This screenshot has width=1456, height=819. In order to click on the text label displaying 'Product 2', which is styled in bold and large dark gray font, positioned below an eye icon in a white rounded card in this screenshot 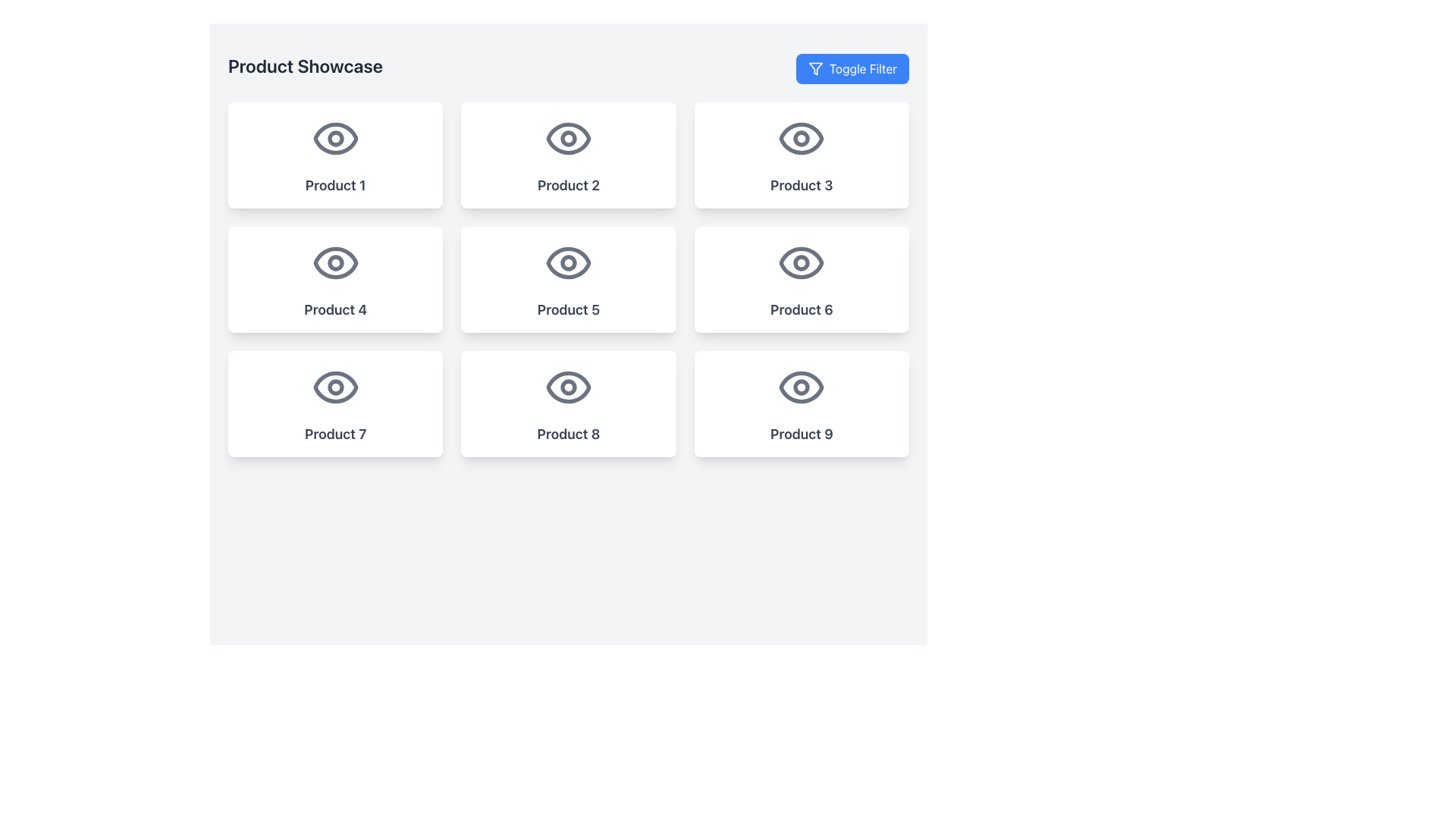, I will do `click(567, 185)`.